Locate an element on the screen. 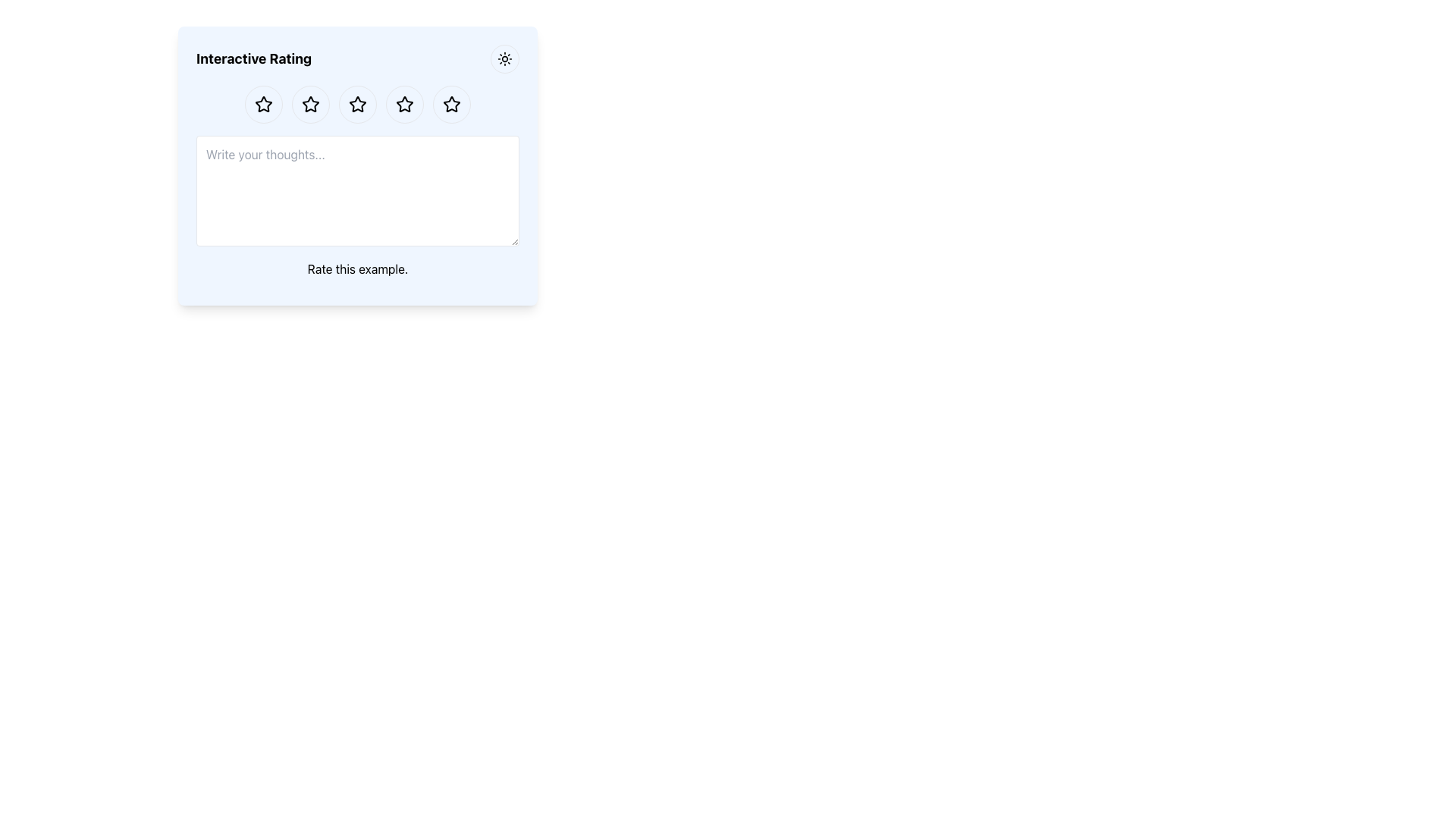 The width and height of the screenshot is (1456, 819). the third star rating icon is located at coordinates (356, 103).